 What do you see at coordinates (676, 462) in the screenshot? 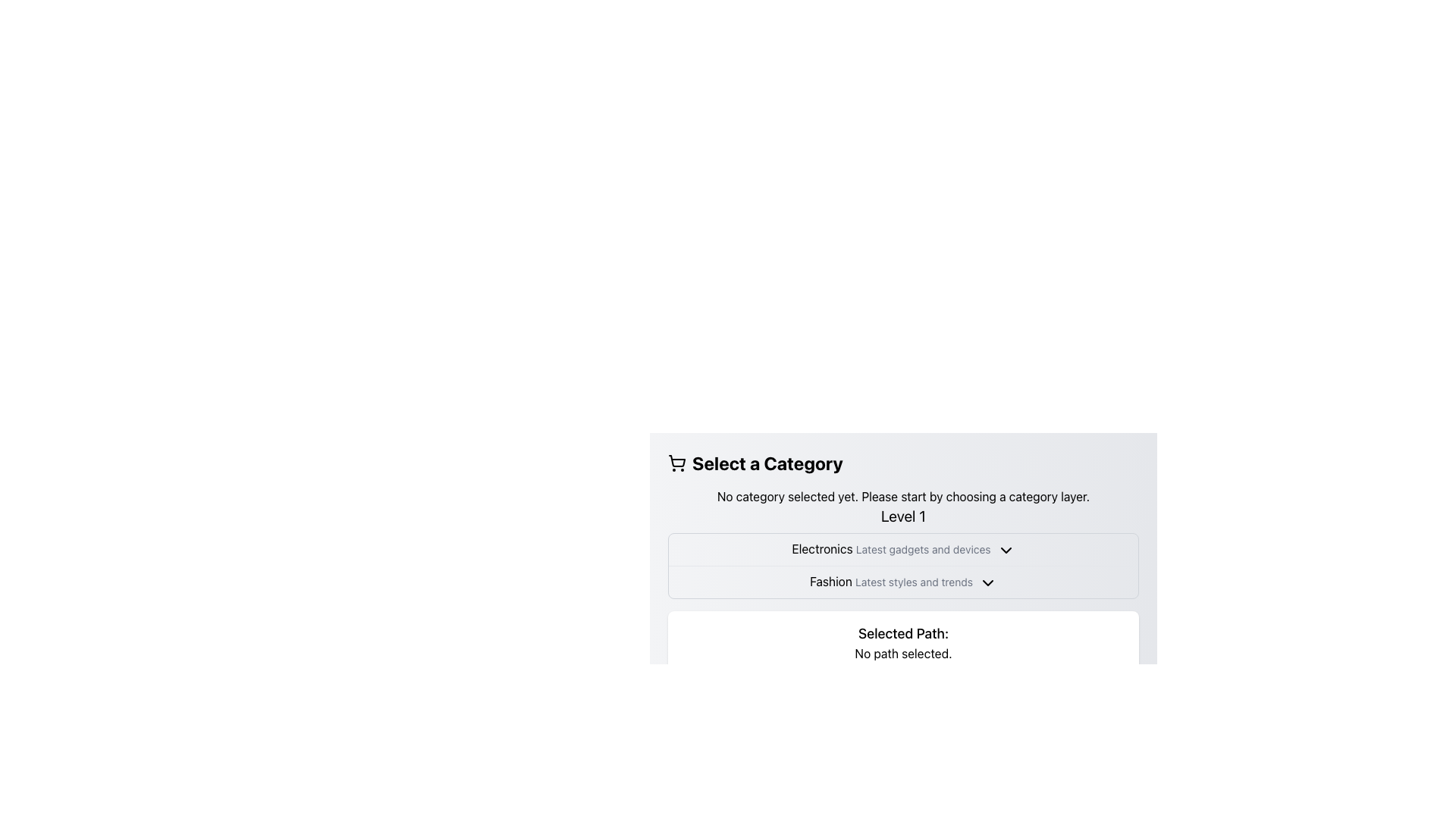
I see `the shopping cart icon located to the left of the 'Select a Category' header text` at bounding box center [676, 462].